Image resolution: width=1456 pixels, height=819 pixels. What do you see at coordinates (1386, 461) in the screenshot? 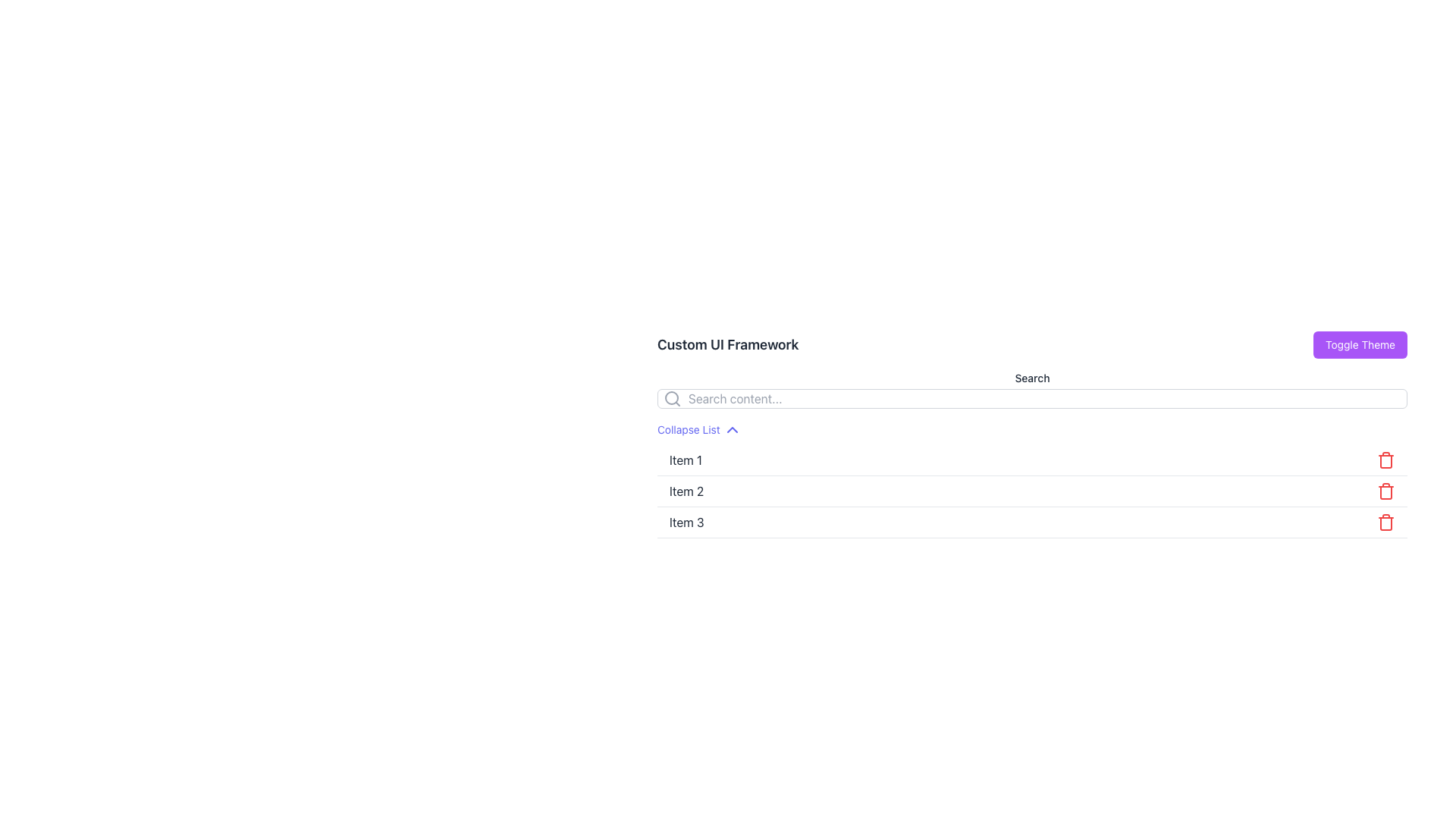
I see `the graphical representation of the trash can icon, which is used for deleting items in the list, located at the far-right side of the row` at bounding box center [1386, 461].